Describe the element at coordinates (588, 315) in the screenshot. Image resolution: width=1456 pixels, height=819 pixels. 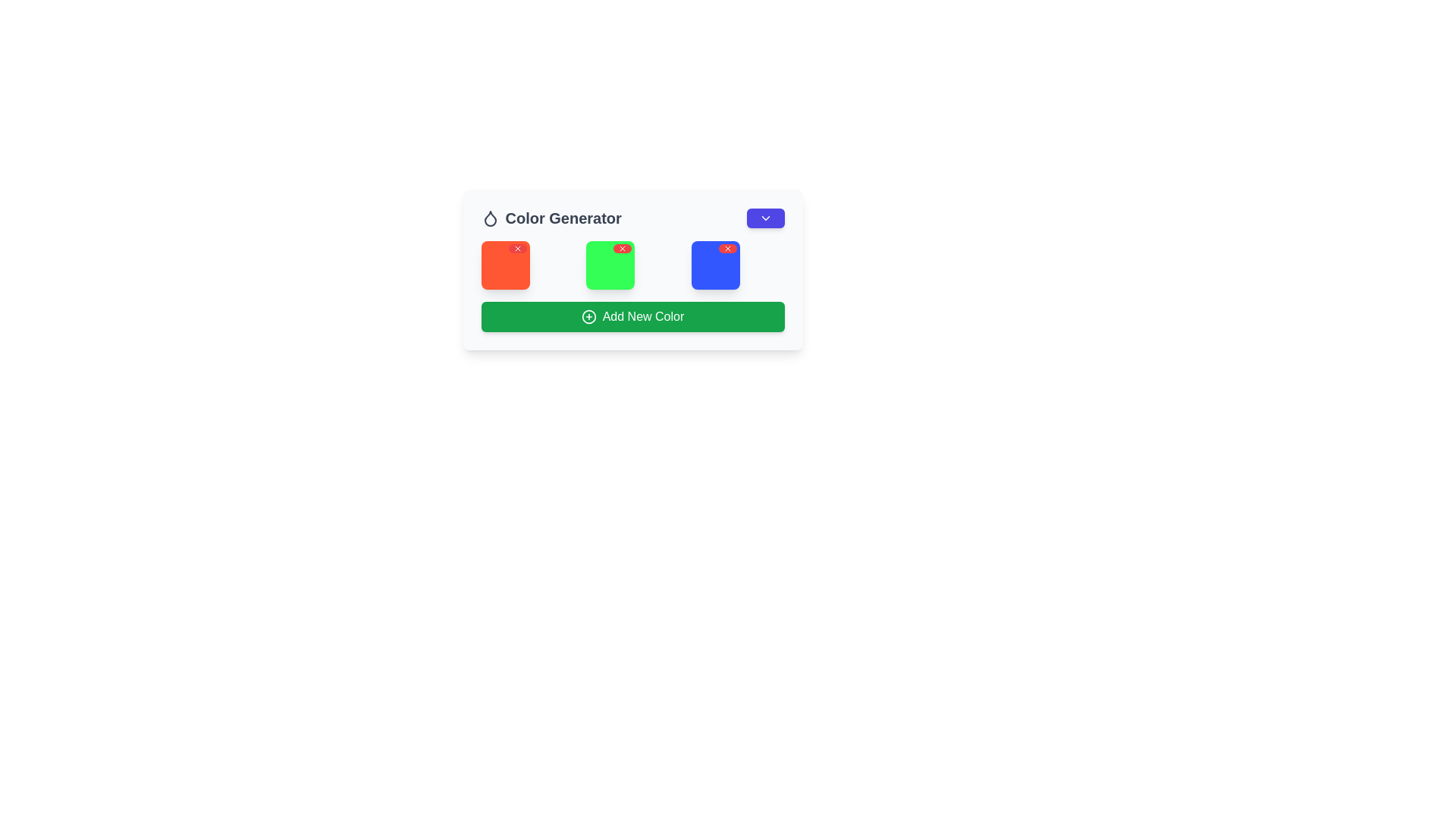
I see `the plus symbol icon within the green 'Add New Color' button` at that location.